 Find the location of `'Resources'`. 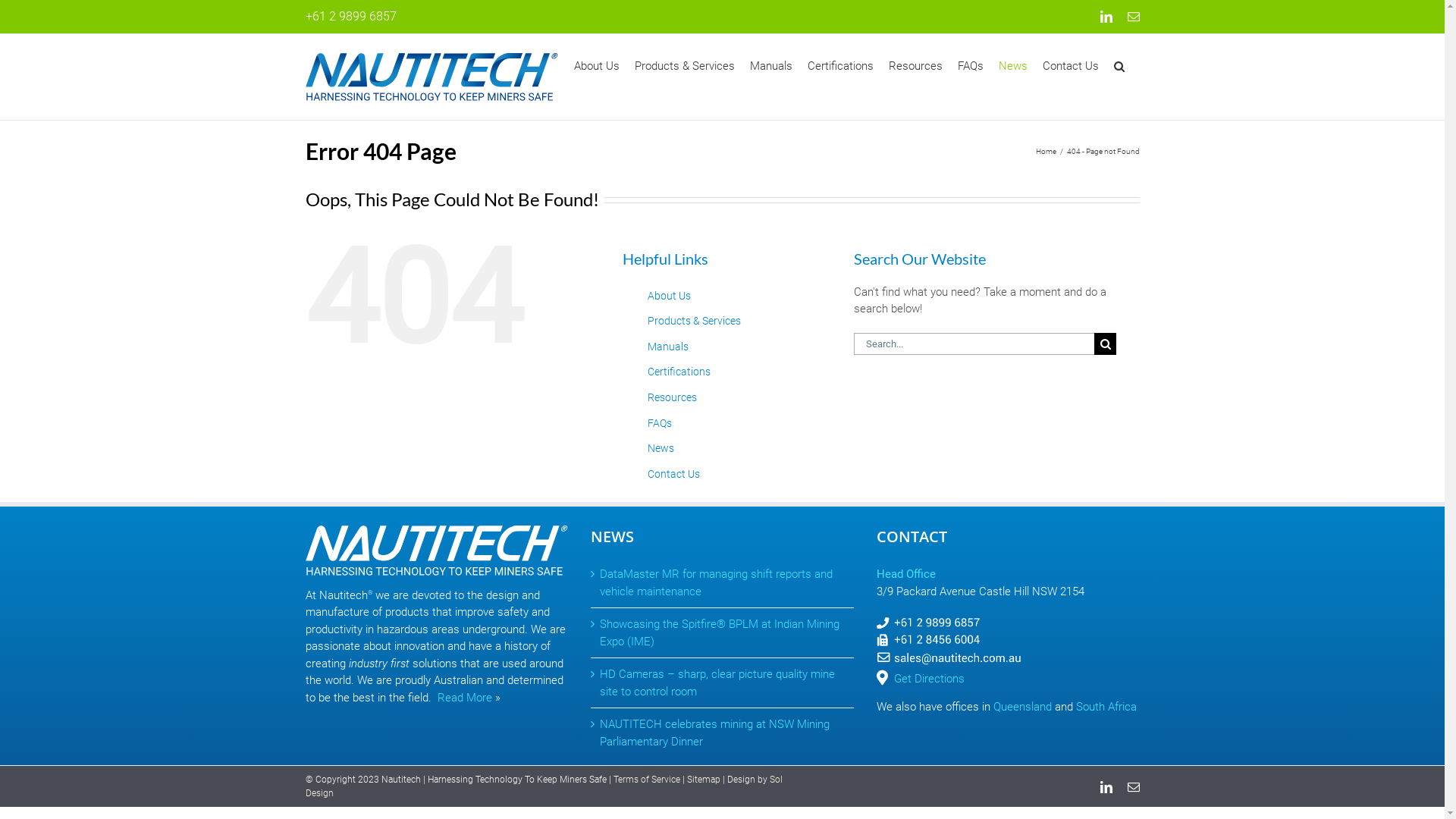

'Resources' is located at coordinates (671, 397).